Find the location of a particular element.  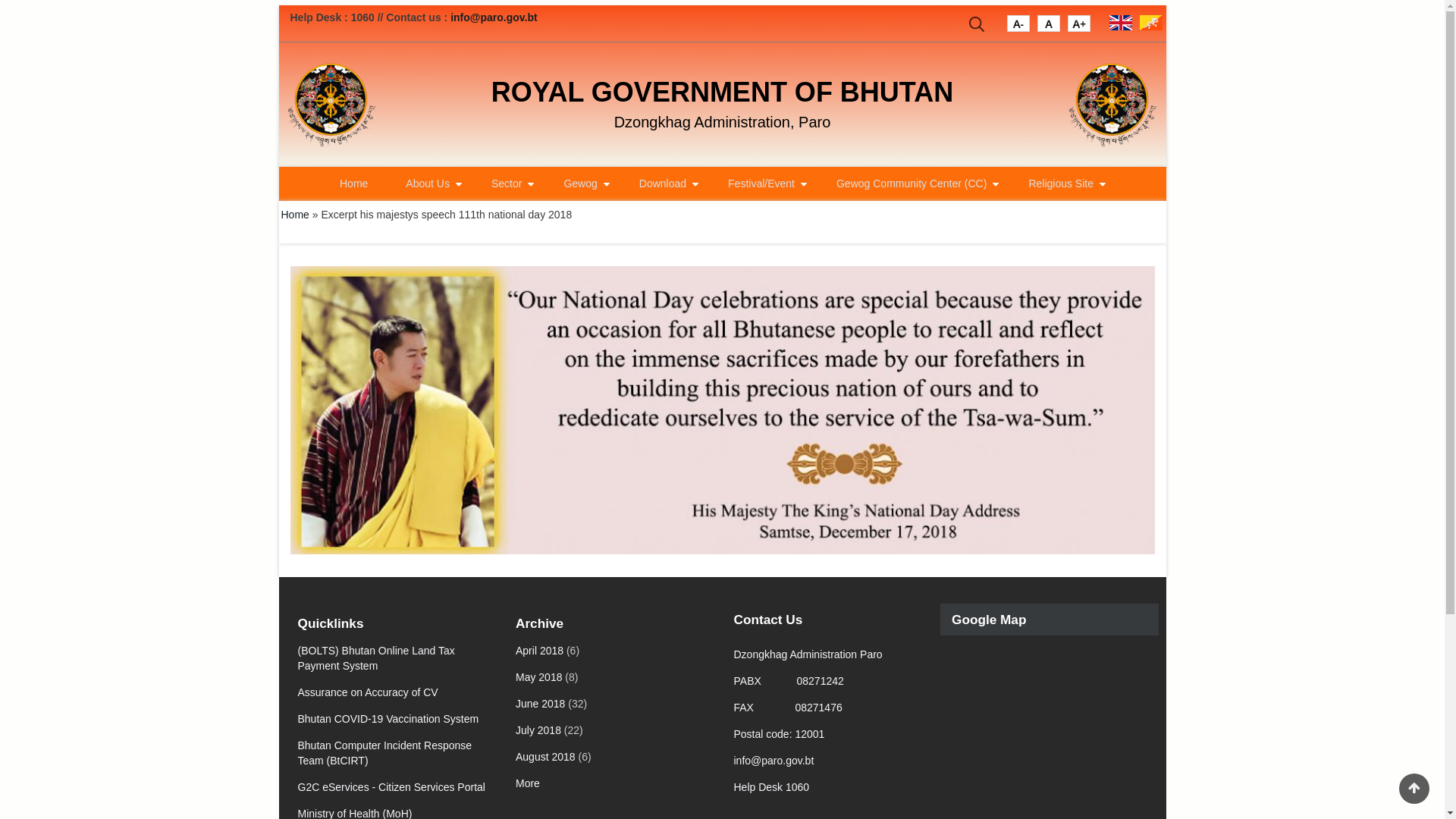

'A' is located at coordinates (1018, 26).